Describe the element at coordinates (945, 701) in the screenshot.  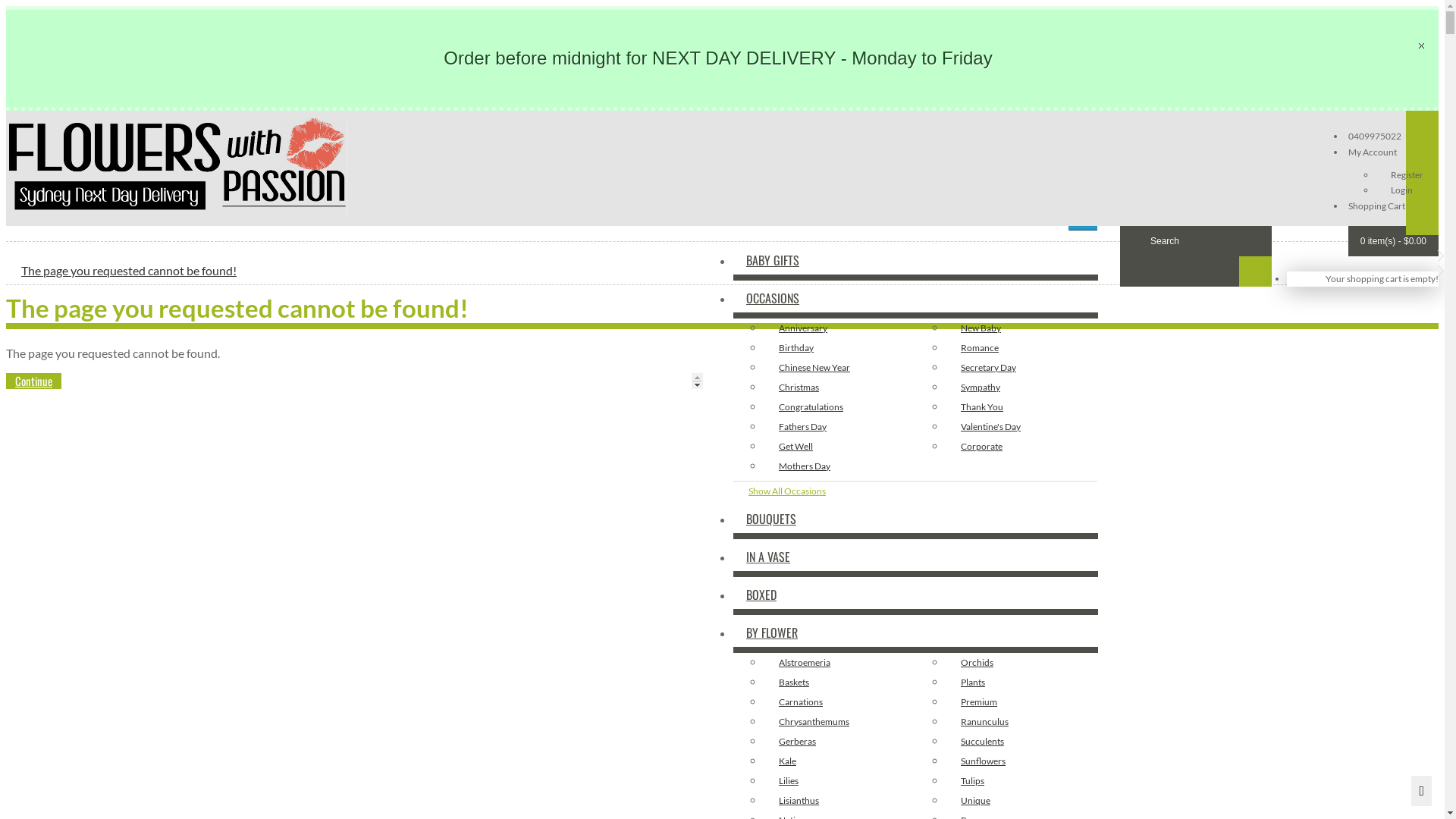
I see `'Premium'` at that location.